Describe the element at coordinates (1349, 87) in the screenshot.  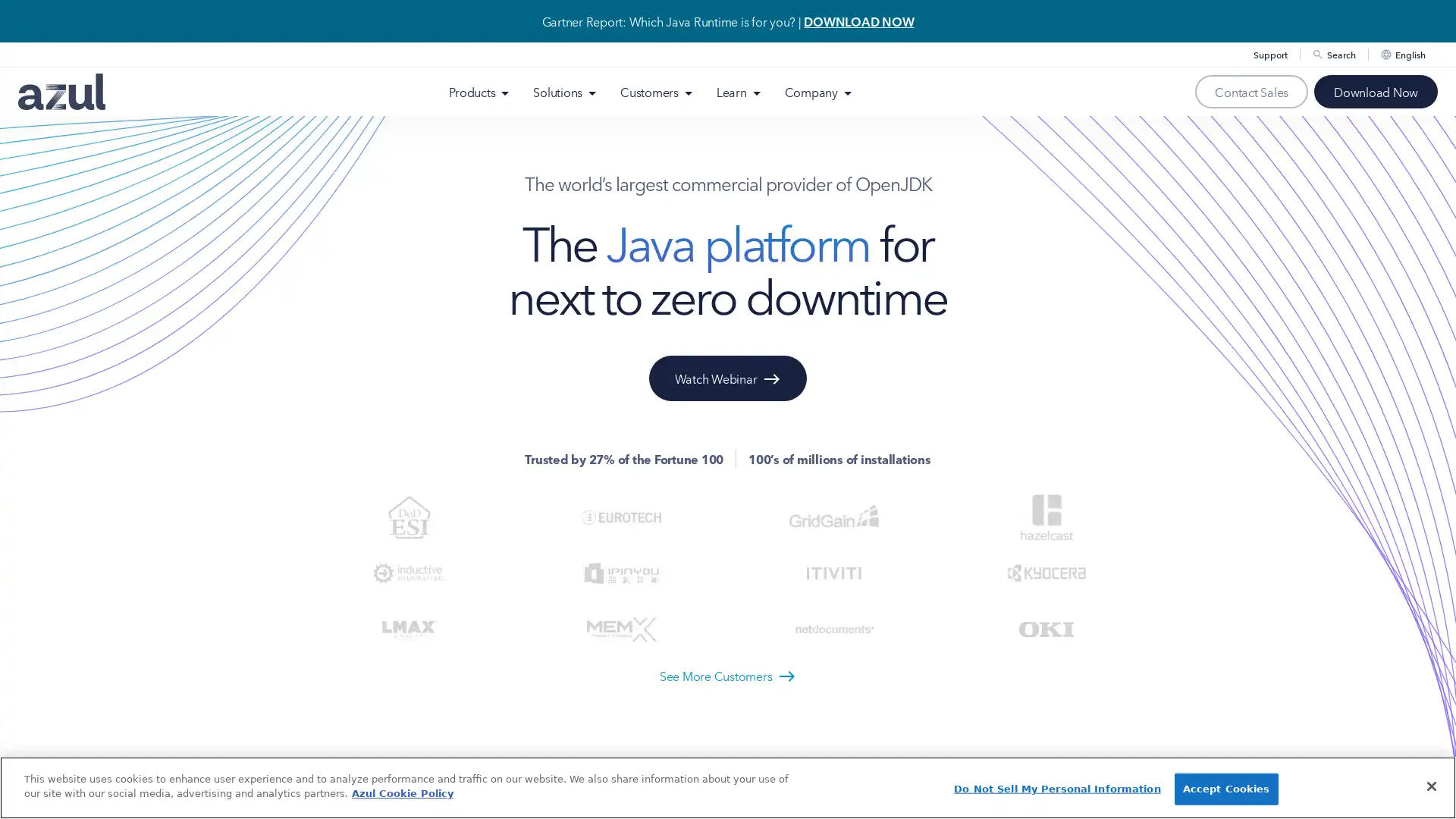
I see `Search` at that location.